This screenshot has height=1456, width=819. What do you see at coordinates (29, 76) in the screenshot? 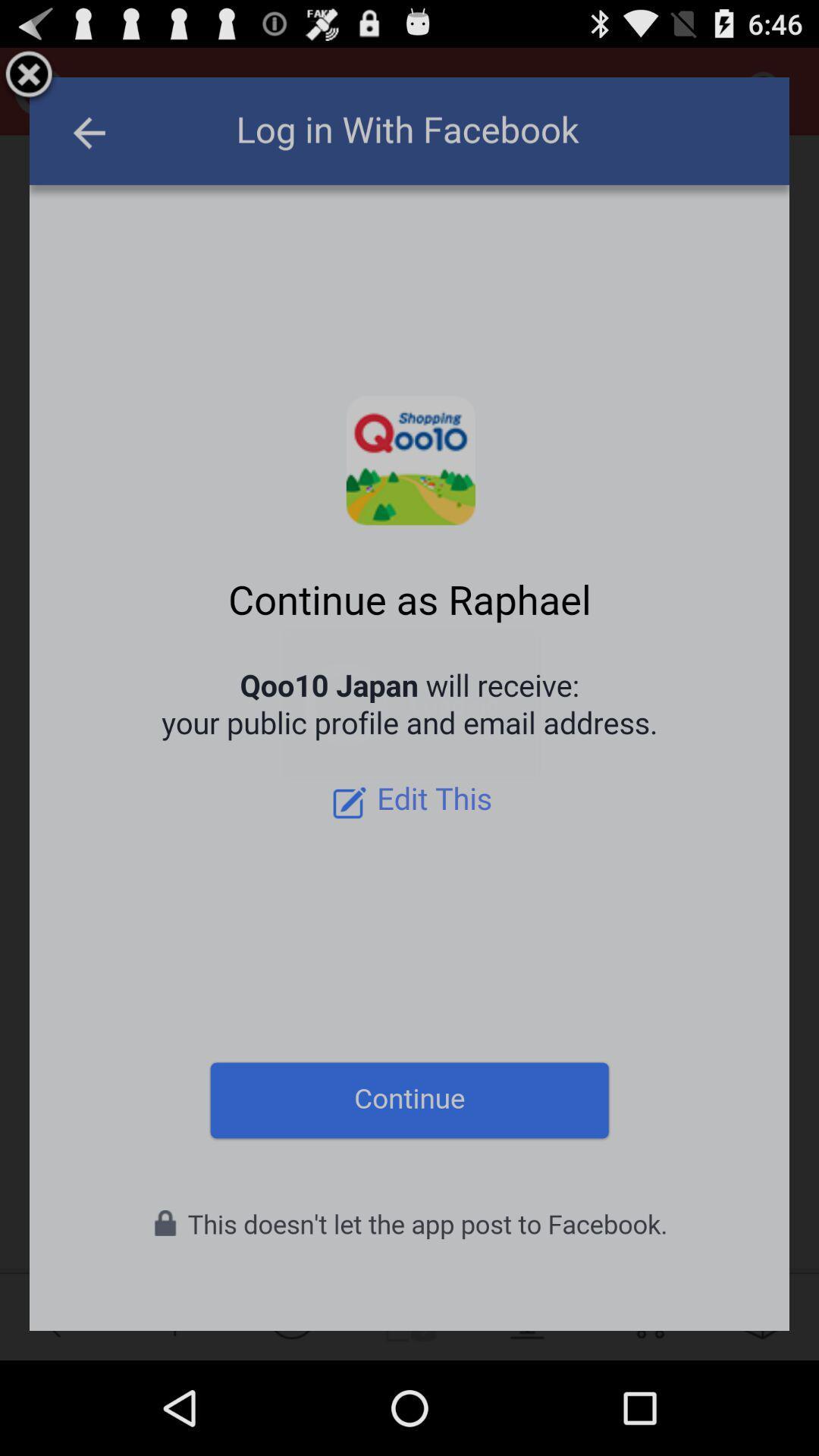
I see `the icon at the top left corner` at bounding box center [29, 76].